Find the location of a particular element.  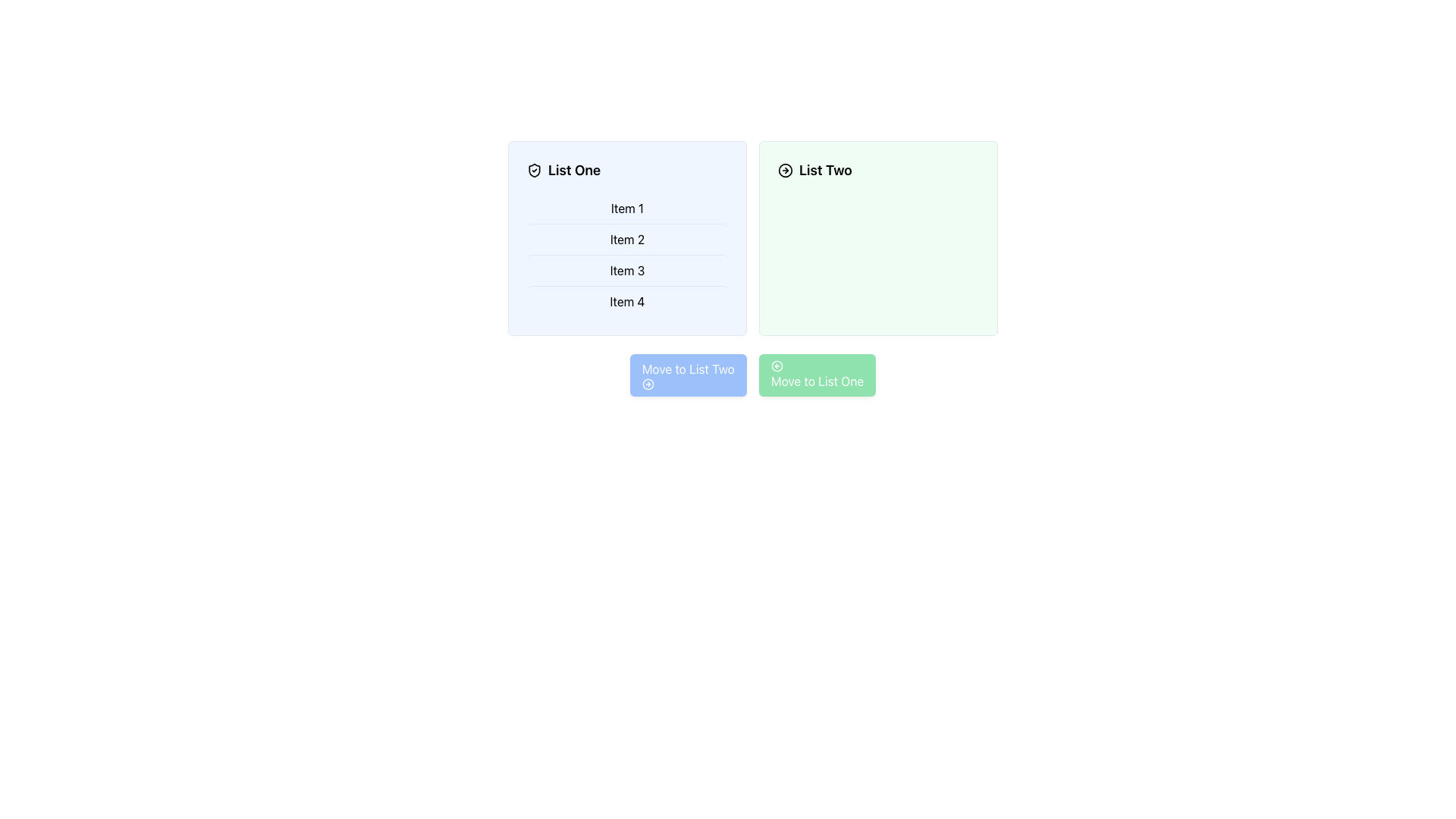

the List Item labeled 'Item 4' with a light blue background is located at coordinates (627, 301).